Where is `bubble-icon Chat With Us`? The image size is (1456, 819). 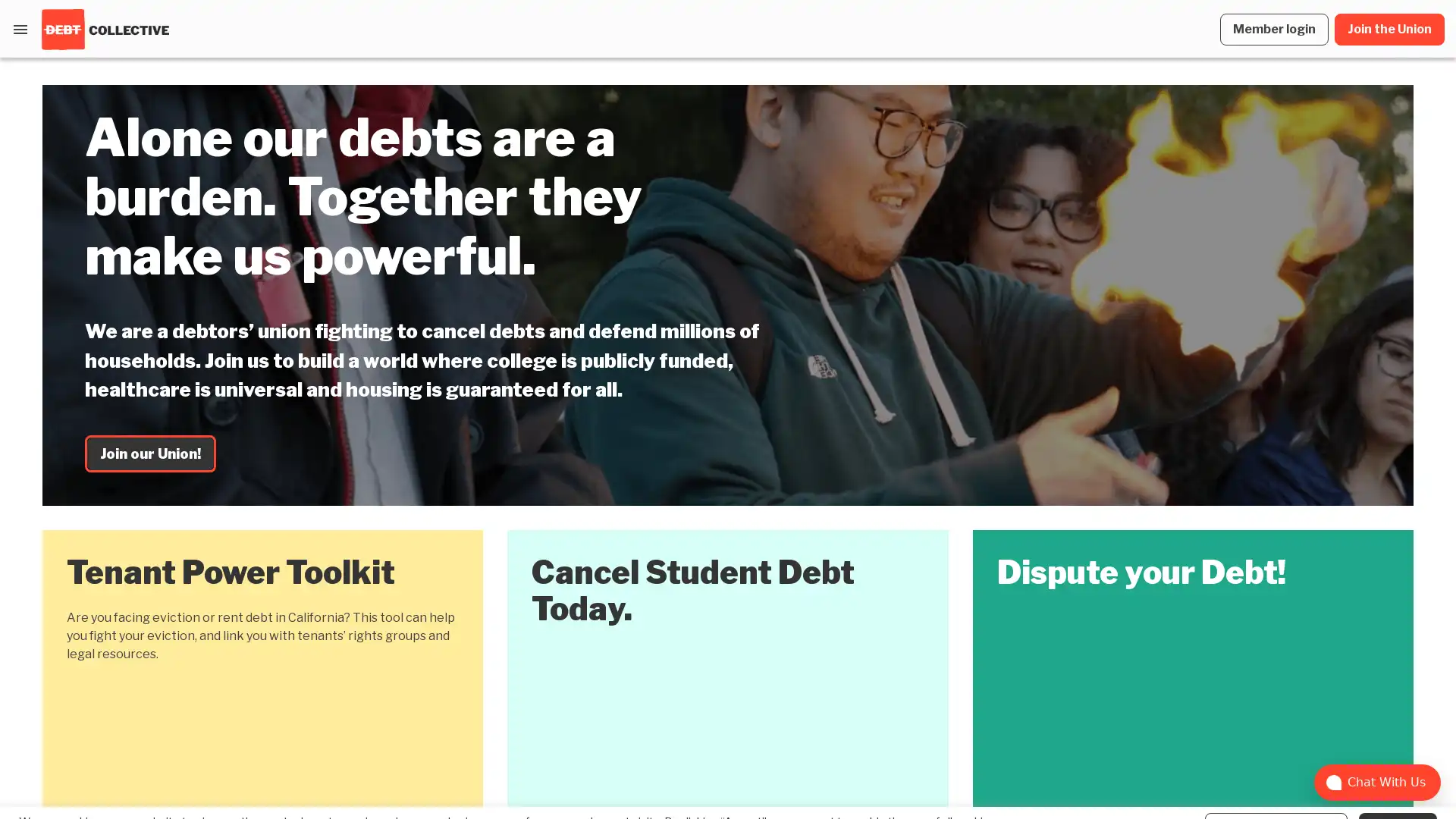 bubble-icon Chat With Us is located at coordinates (1377, 783).